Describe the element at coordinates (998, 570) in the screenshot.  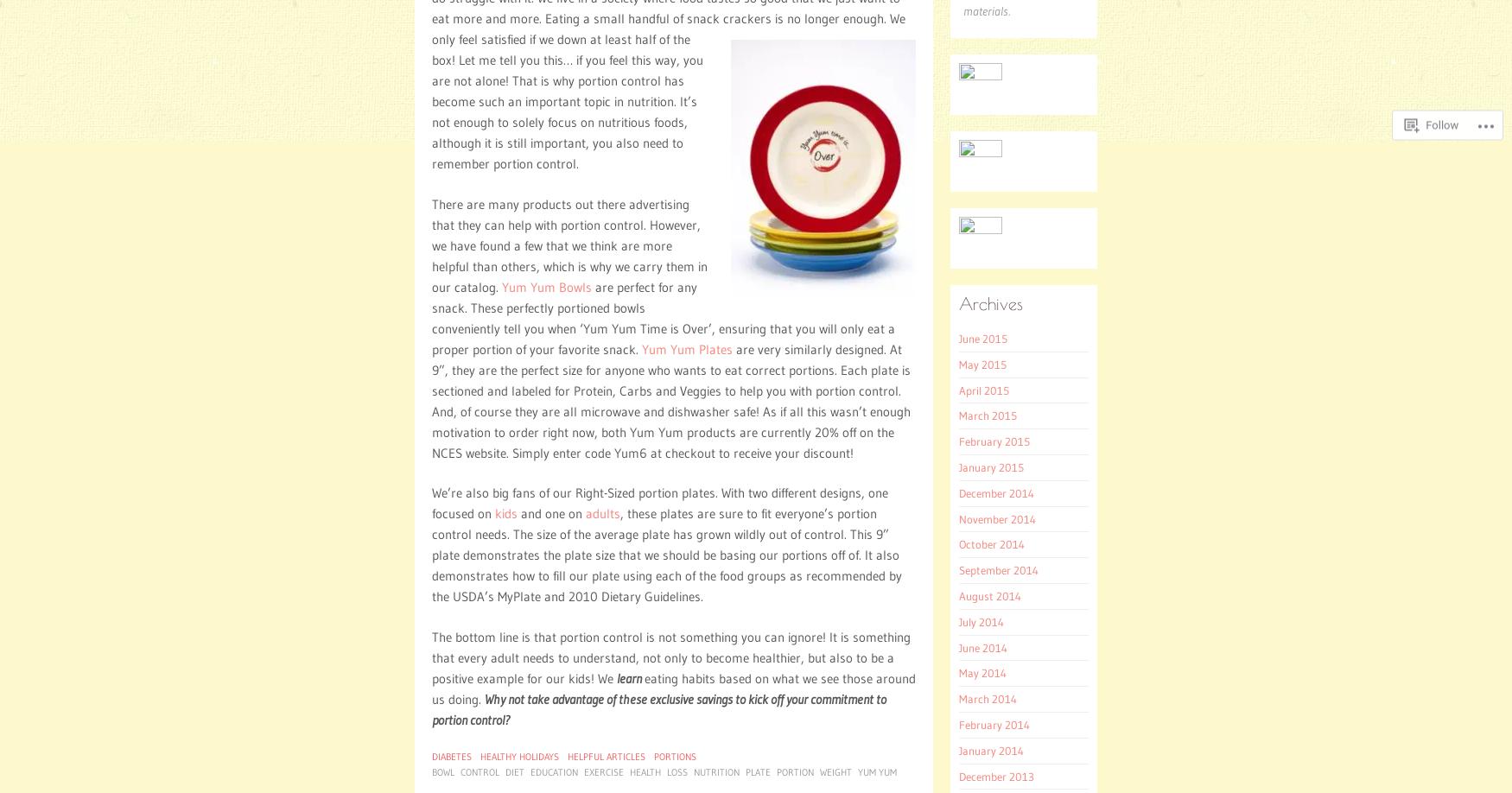
I see `'September 2014'` at that location.